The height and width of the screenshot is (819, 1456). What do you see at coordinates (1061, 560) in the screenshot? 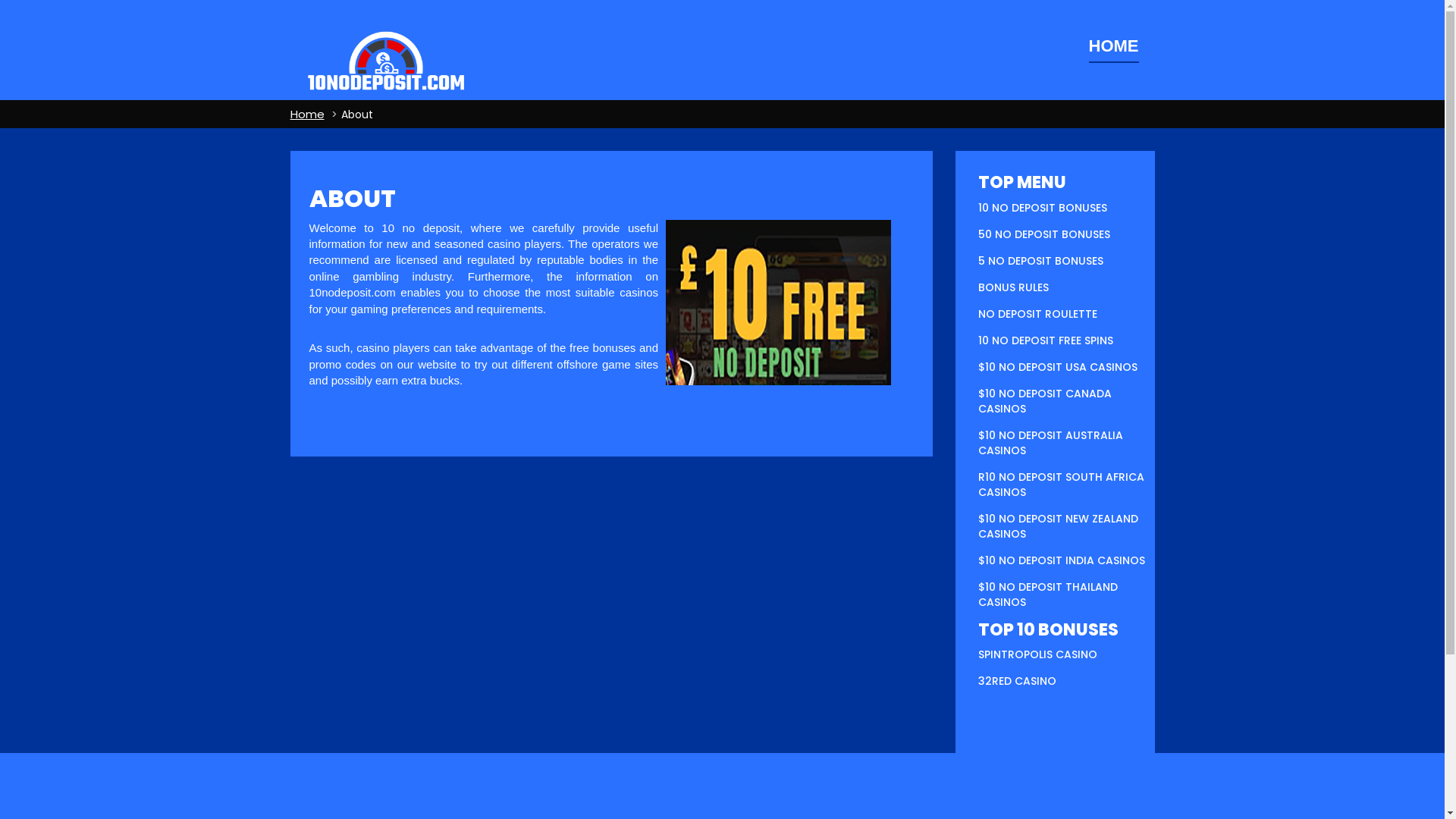
I see `'$10 NO DEPOSIT INDIA CASINOS'` at bounding box center [1061, 560].